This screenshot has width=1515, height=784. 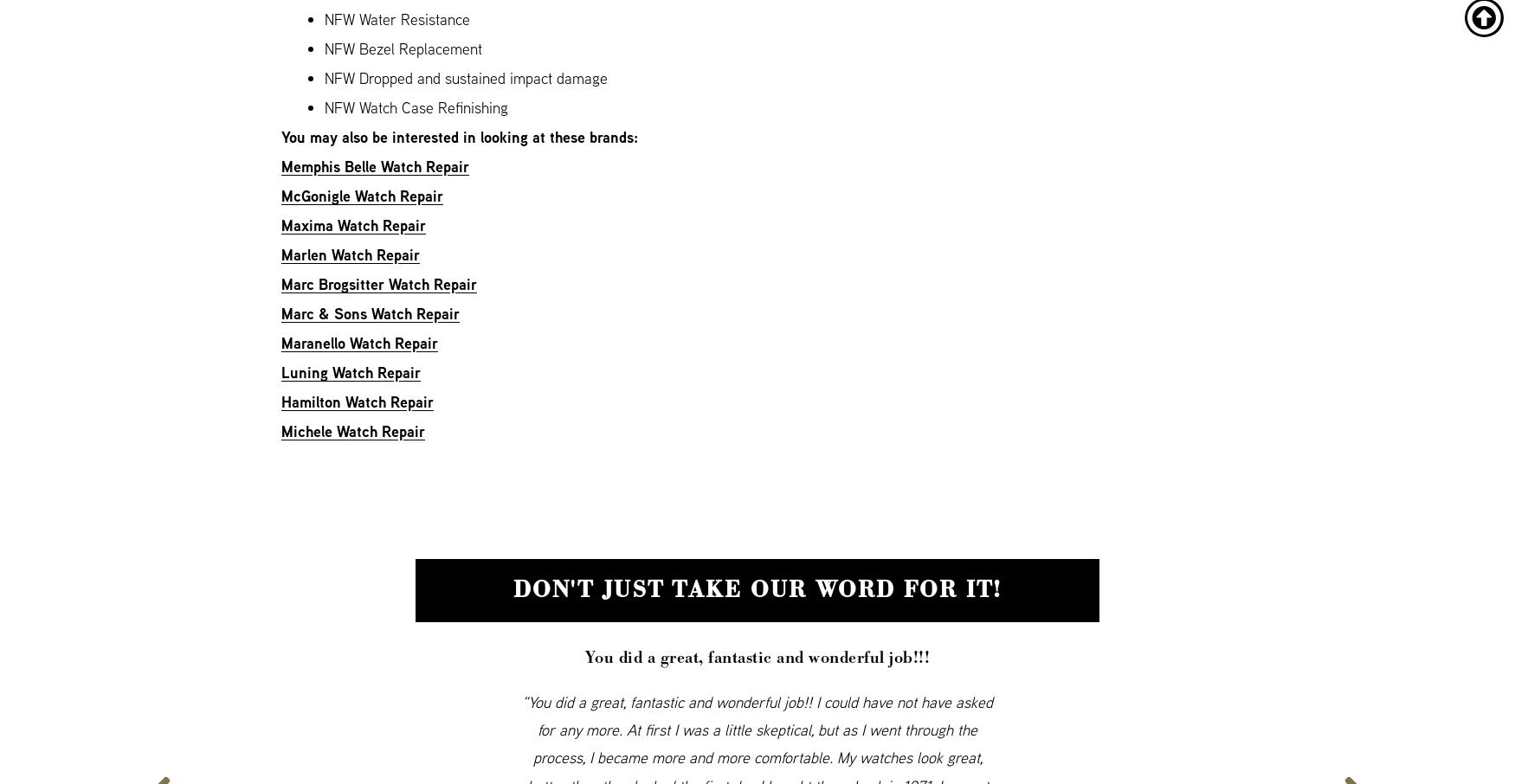 I want to click on 'Michele Watch Repair', so click(x=280, y=430).